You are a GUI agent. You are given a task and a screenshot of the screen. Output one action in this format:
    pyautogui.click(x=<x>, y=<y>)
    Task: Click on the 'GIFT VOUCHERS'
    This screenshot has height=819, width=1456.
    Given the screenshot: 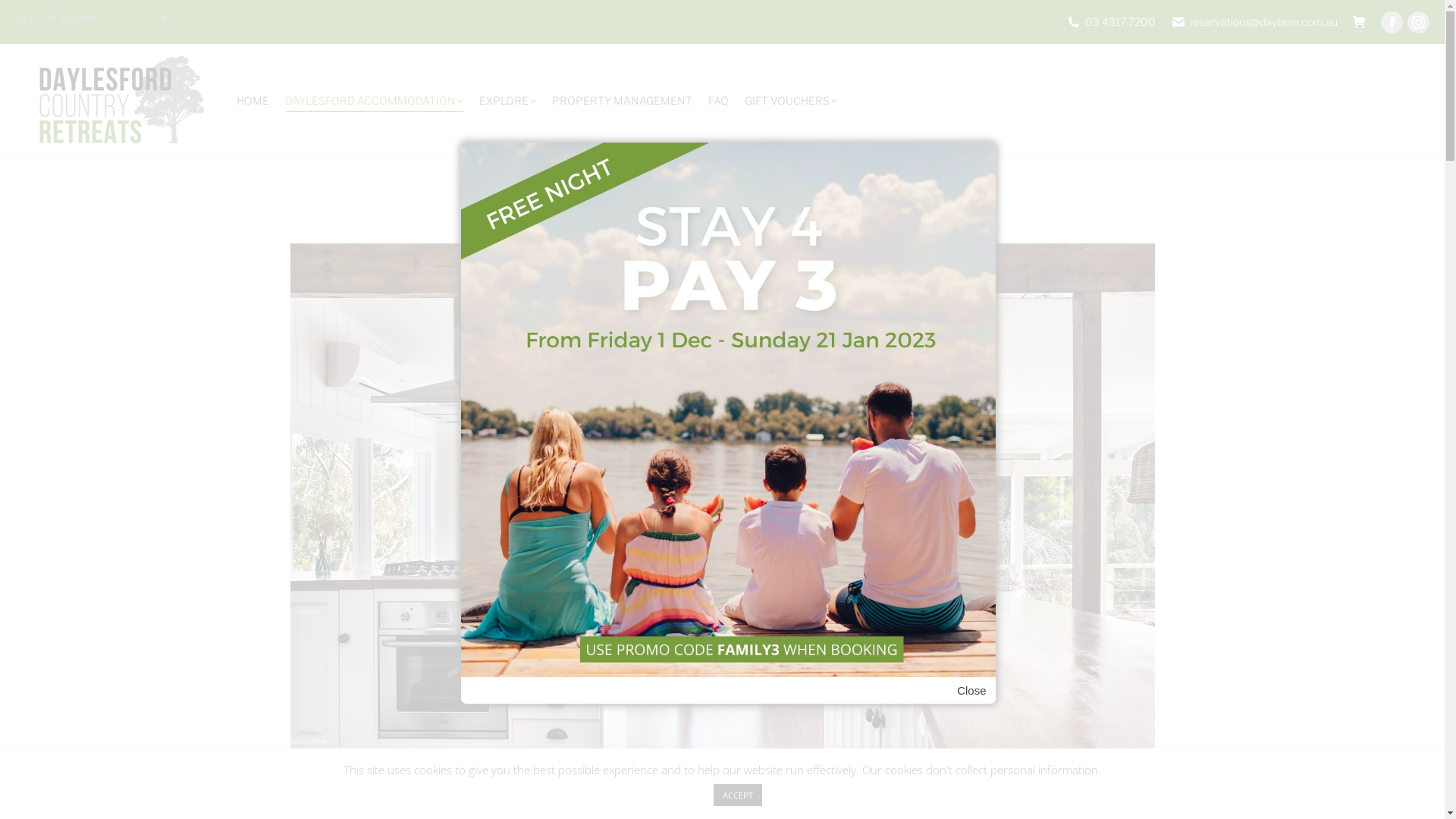 What is the action you would take?
    pyautogui.click(x=789, y=100)
    